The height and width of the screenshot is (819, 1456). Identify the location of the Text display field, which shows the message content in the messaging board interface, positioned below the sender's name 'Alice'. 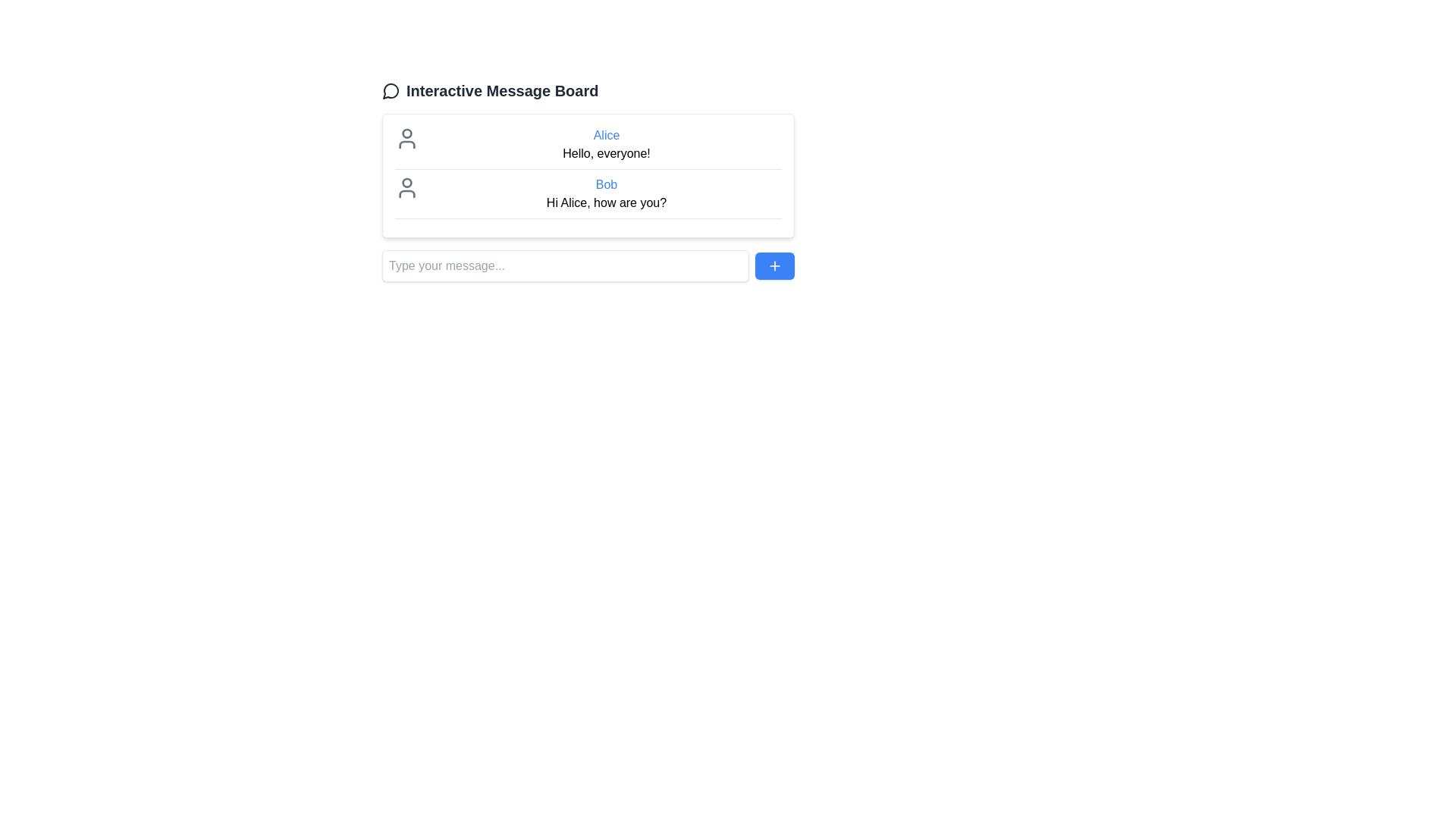
(607, 154).